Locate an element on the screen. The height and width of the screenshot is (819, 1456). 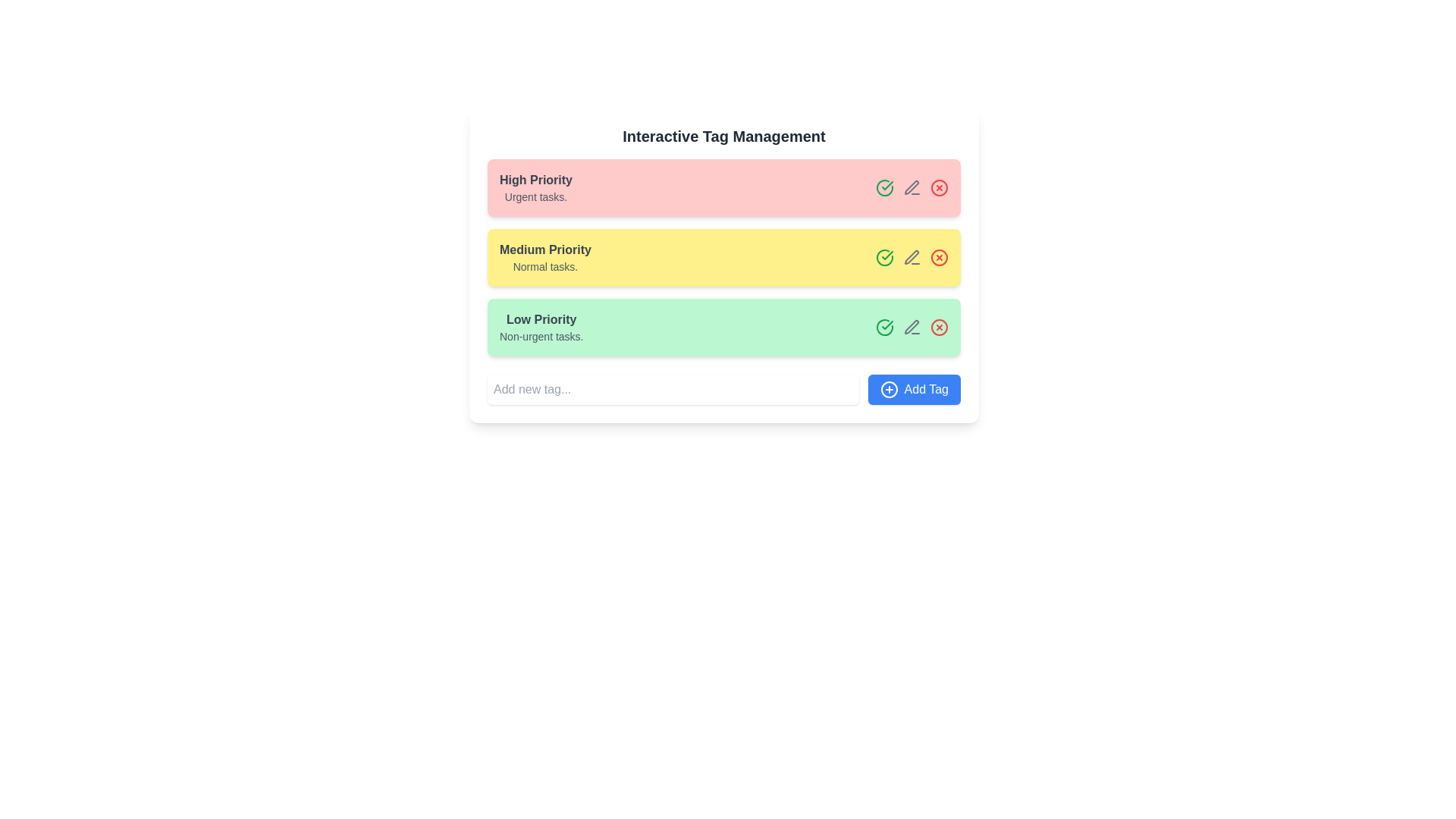
the confirmation button for the 'Medium Priority' section is located at coordinates (887, 254).